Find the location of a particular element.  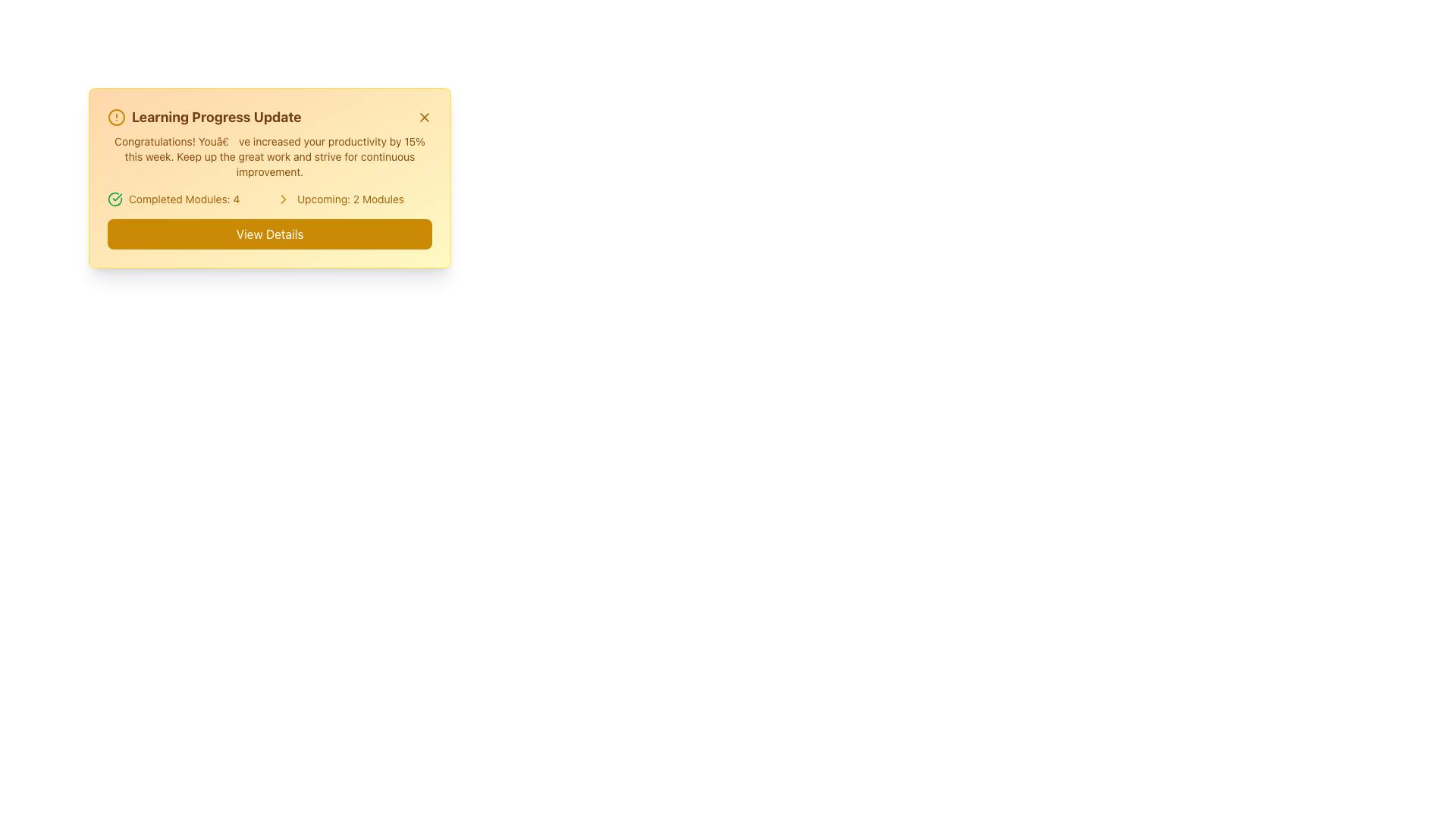

the yellow 'X' button located at the top-right corner of the notification card header is located at coordinates (425, 116).